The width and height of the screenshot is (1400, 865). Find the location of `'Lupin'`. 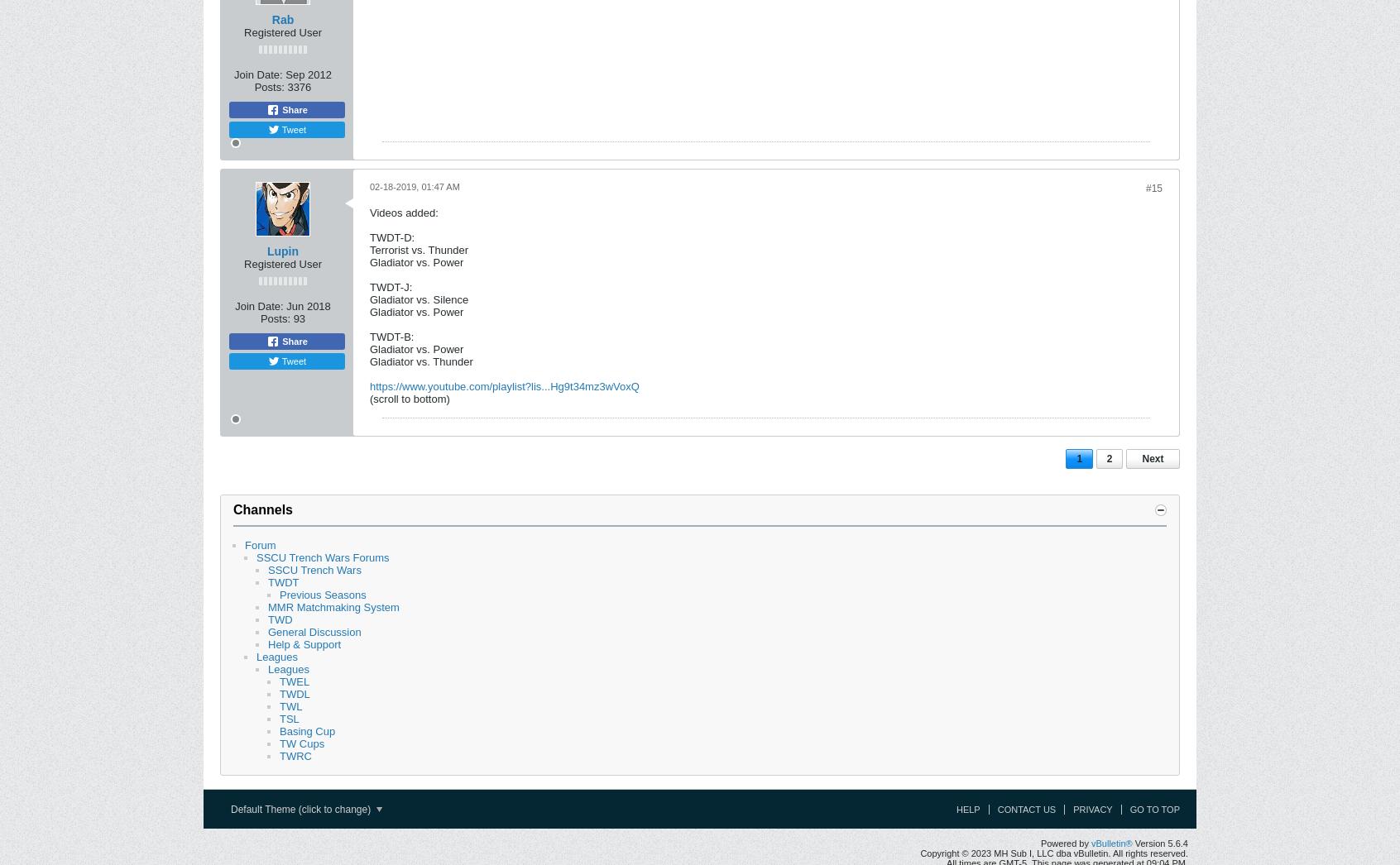

'Lupin' is located at coordinates (281, 251).